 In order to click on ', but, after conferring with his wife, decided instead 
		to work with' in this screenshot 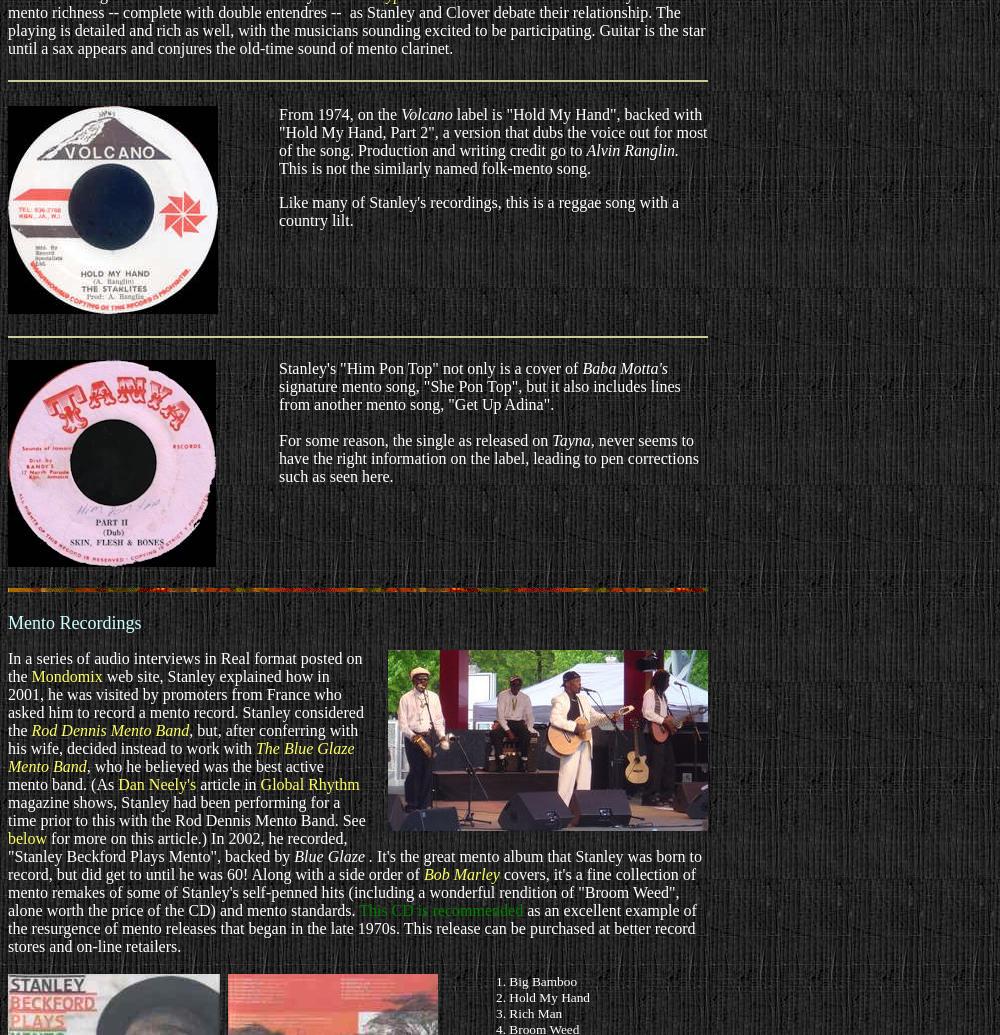, I will do `click(8, 738)`.